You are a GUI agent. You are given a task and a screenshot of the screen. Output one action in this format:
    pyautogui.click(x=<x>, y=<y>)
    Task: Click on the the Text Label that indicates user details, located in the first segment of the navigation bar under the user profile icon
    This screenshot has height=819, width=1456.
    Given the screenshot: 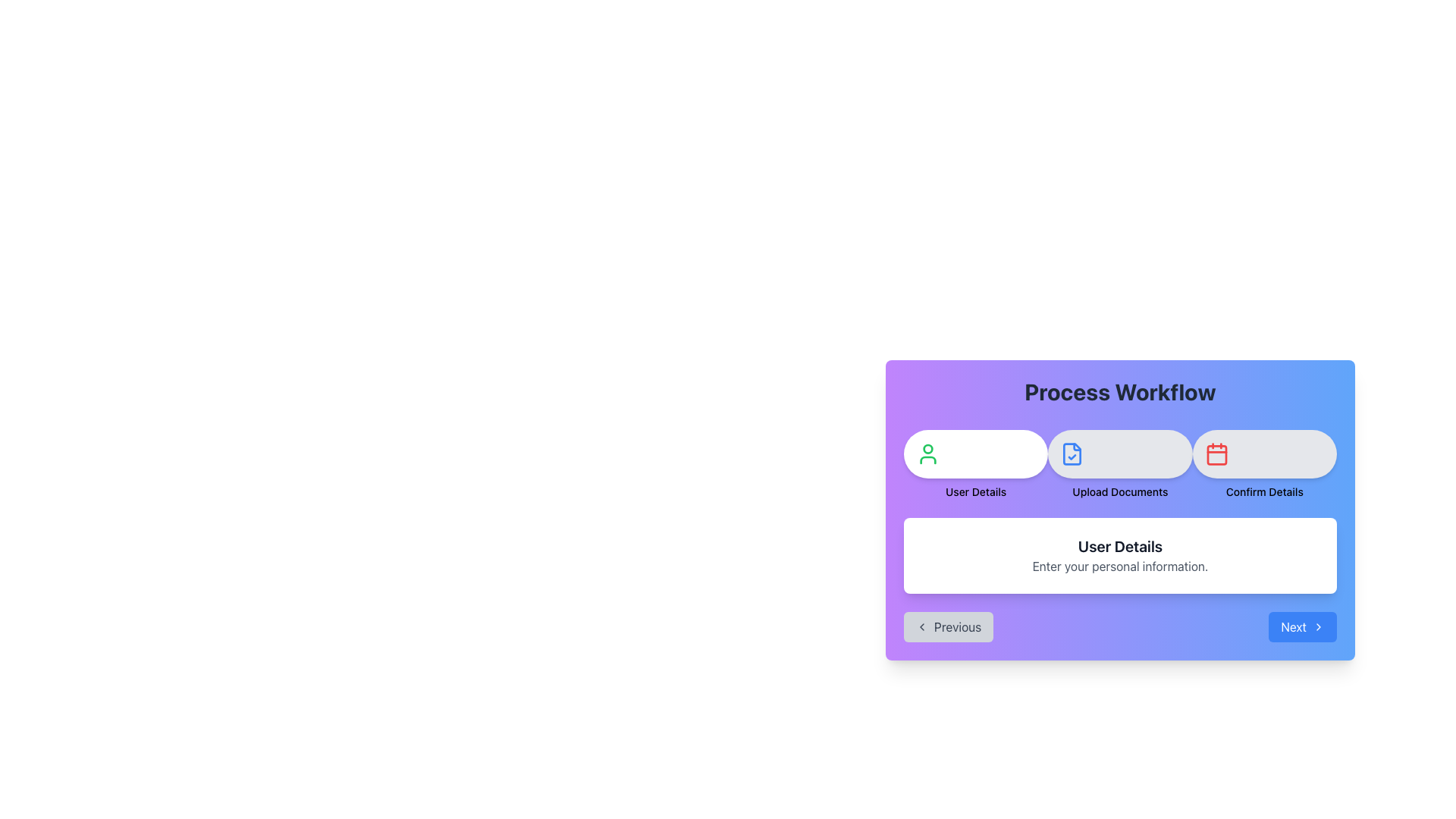 What is the action you would take?
    pyautogui.click(x=976, y=491)
    